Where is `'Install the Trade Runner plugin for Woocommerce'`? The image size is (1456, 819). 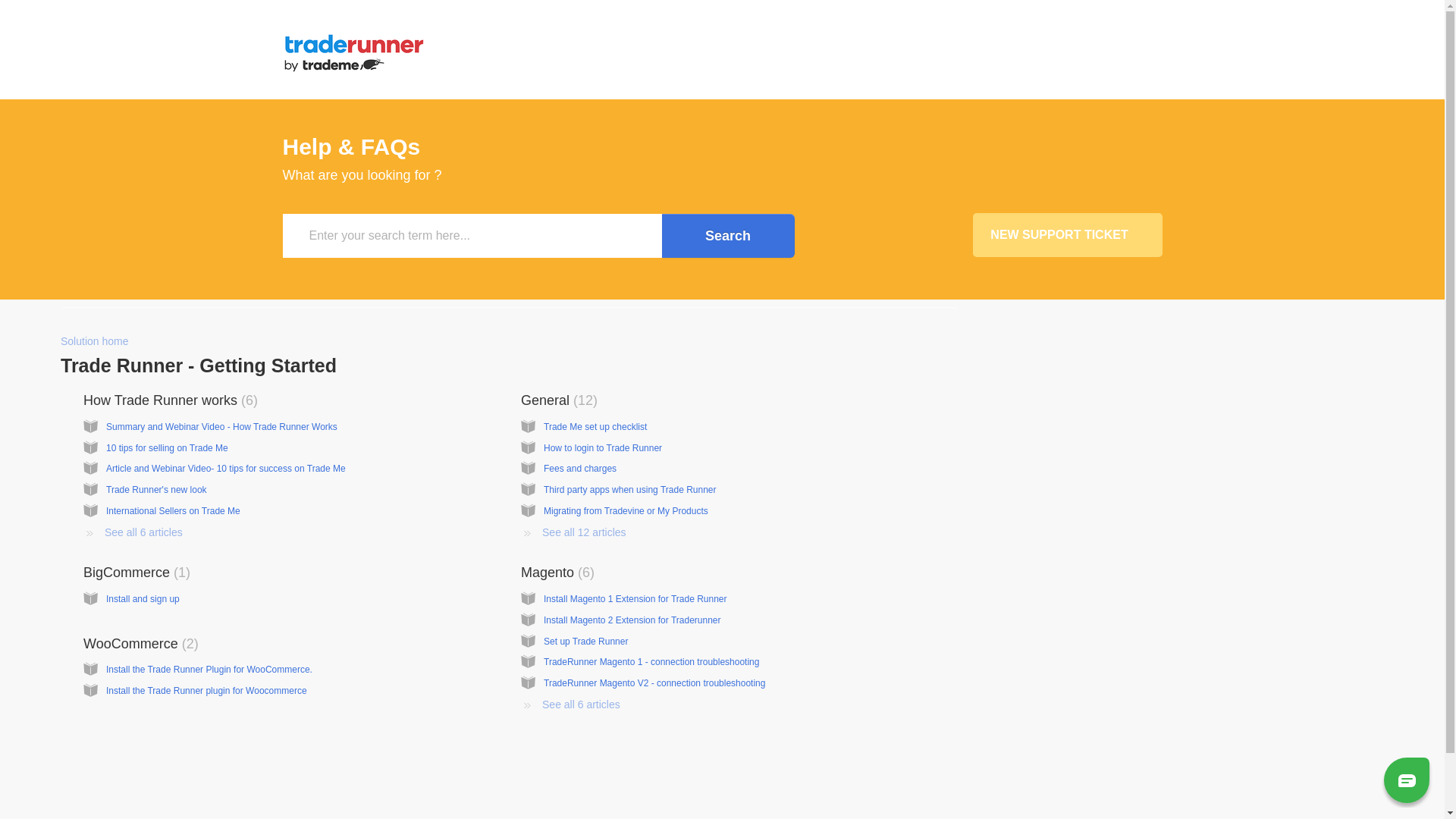
'Install the Trade Runner plugin for Woocommerce' is located at coordinates (206, 690).